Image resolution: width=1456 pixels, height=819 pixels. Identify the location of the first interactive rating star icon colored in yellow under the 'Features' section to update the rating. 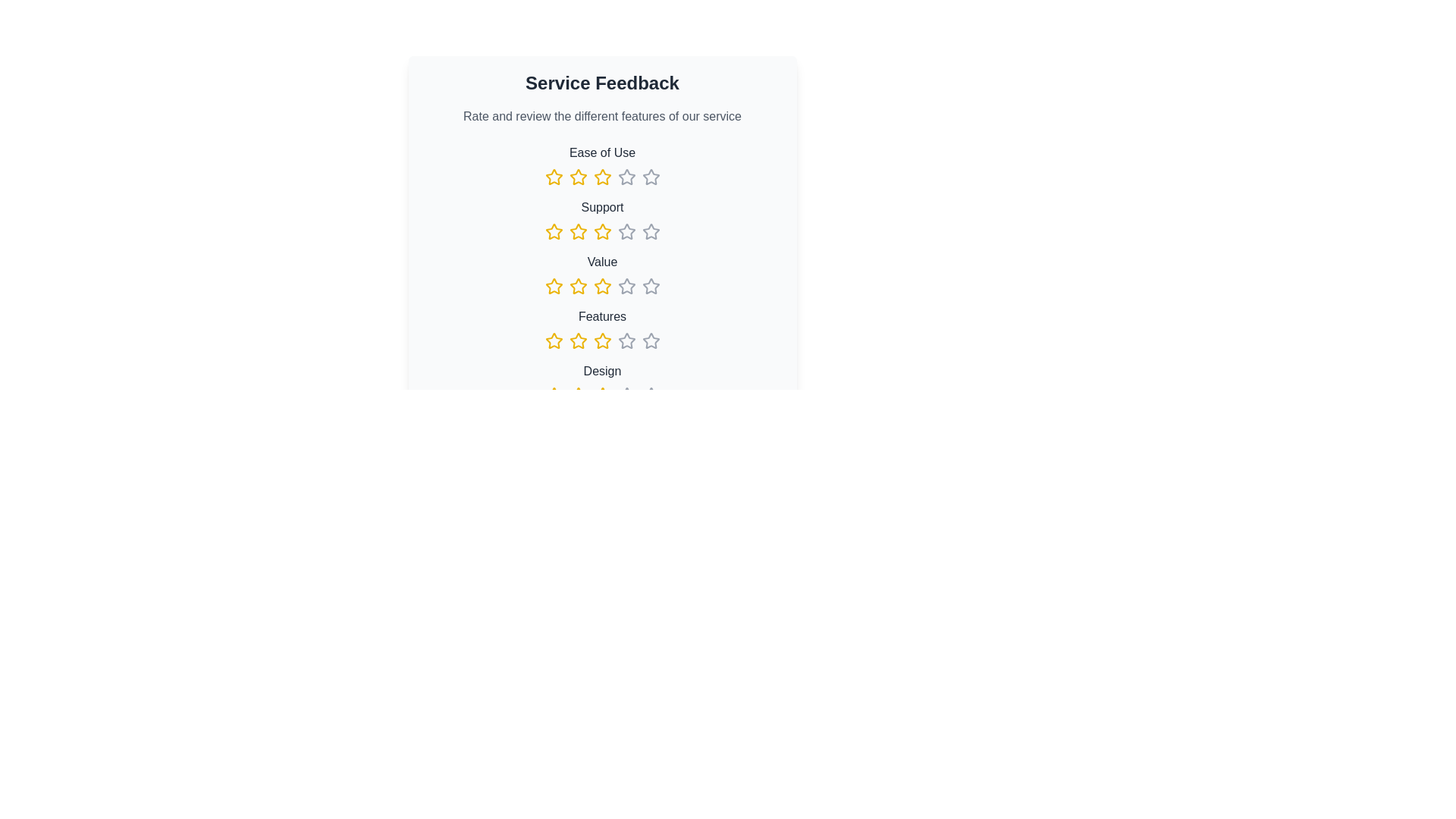
(553, 341).